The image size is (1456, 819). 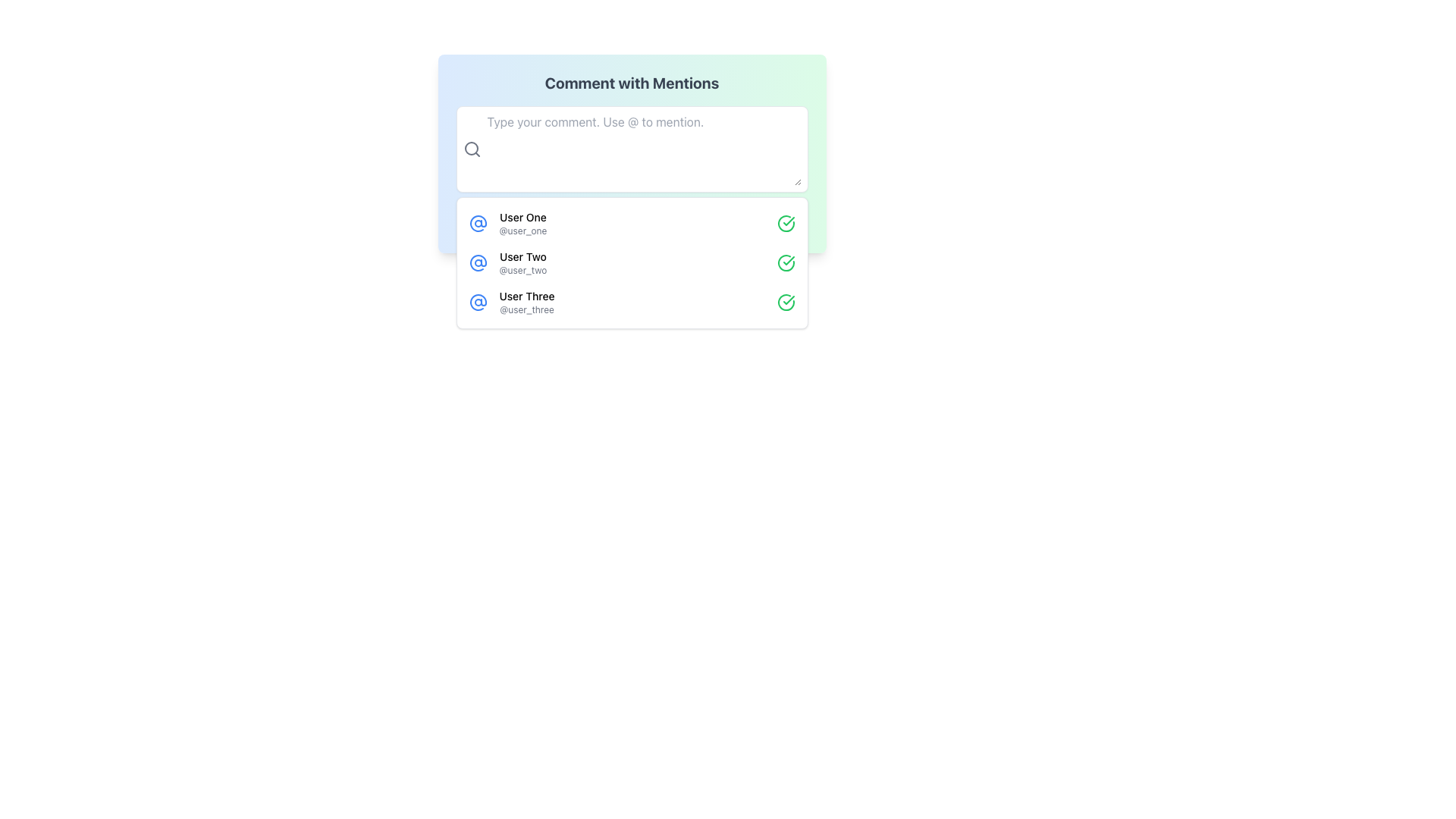 I want to click on the visual indication of the green checkmark icon located at the far-right end of the third user entry, adjacent to the text for 'User Three', so click(x=789, y=221).